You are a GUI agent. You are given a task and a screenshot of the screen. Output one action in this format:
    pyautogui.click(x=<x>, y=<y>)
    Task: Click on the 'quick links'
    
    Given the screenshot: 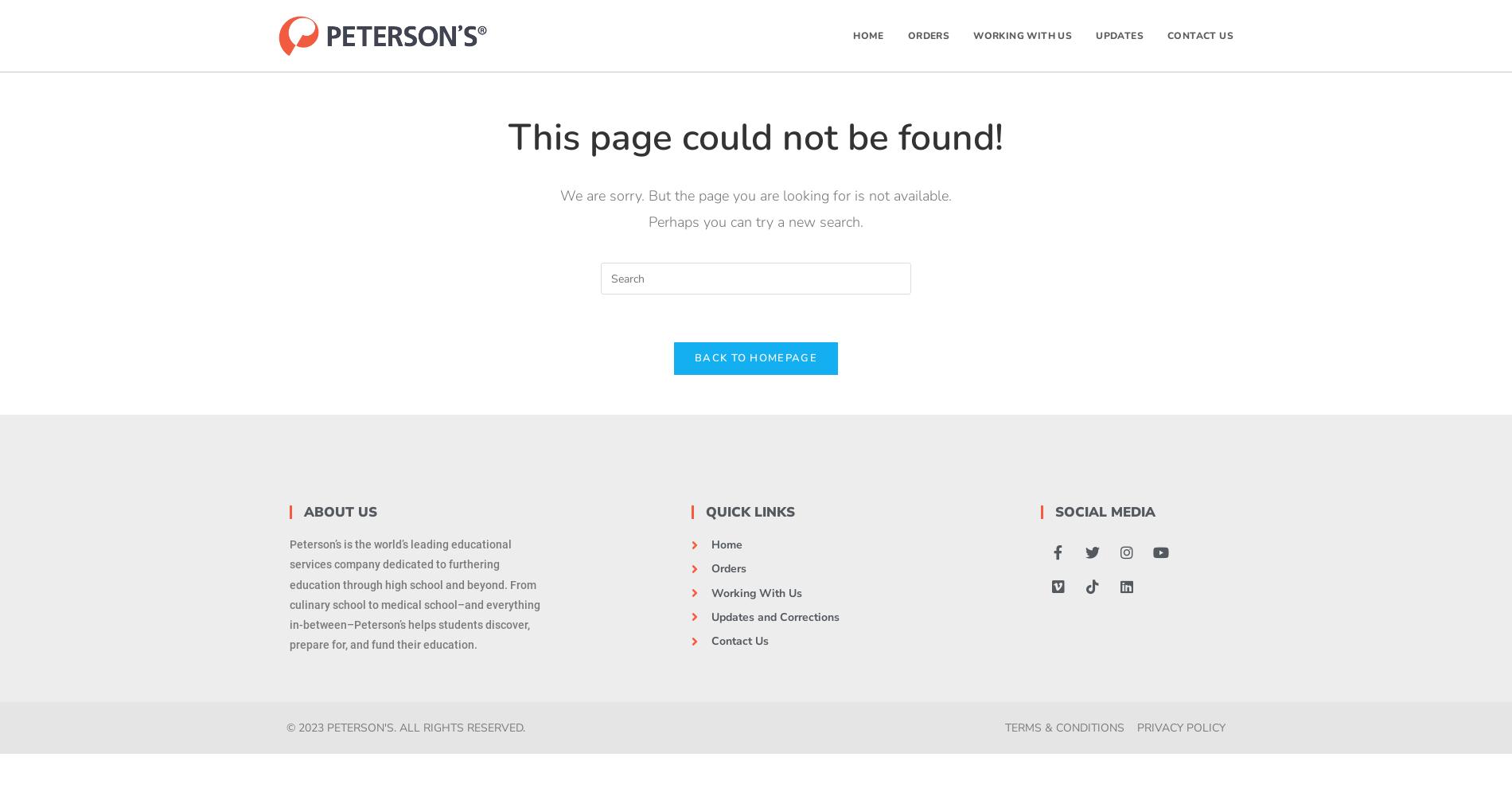 What is the action you would take?
    pyautogui.click(x=749, y=512)
    